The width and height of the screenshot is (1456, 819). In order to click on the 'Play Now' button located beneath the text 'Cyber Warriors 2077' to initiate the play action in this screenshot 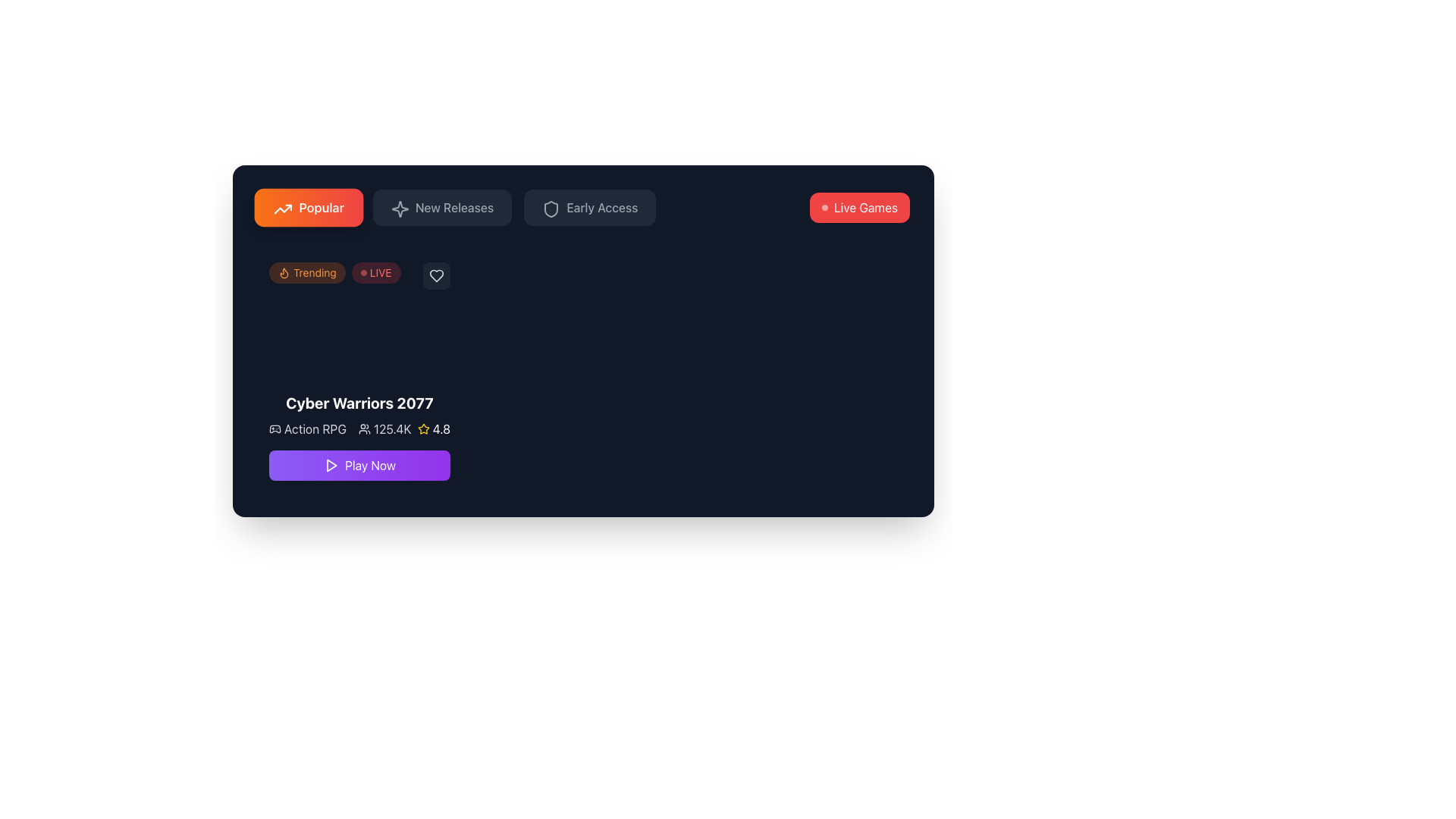, I will do `click(359, 464)`.